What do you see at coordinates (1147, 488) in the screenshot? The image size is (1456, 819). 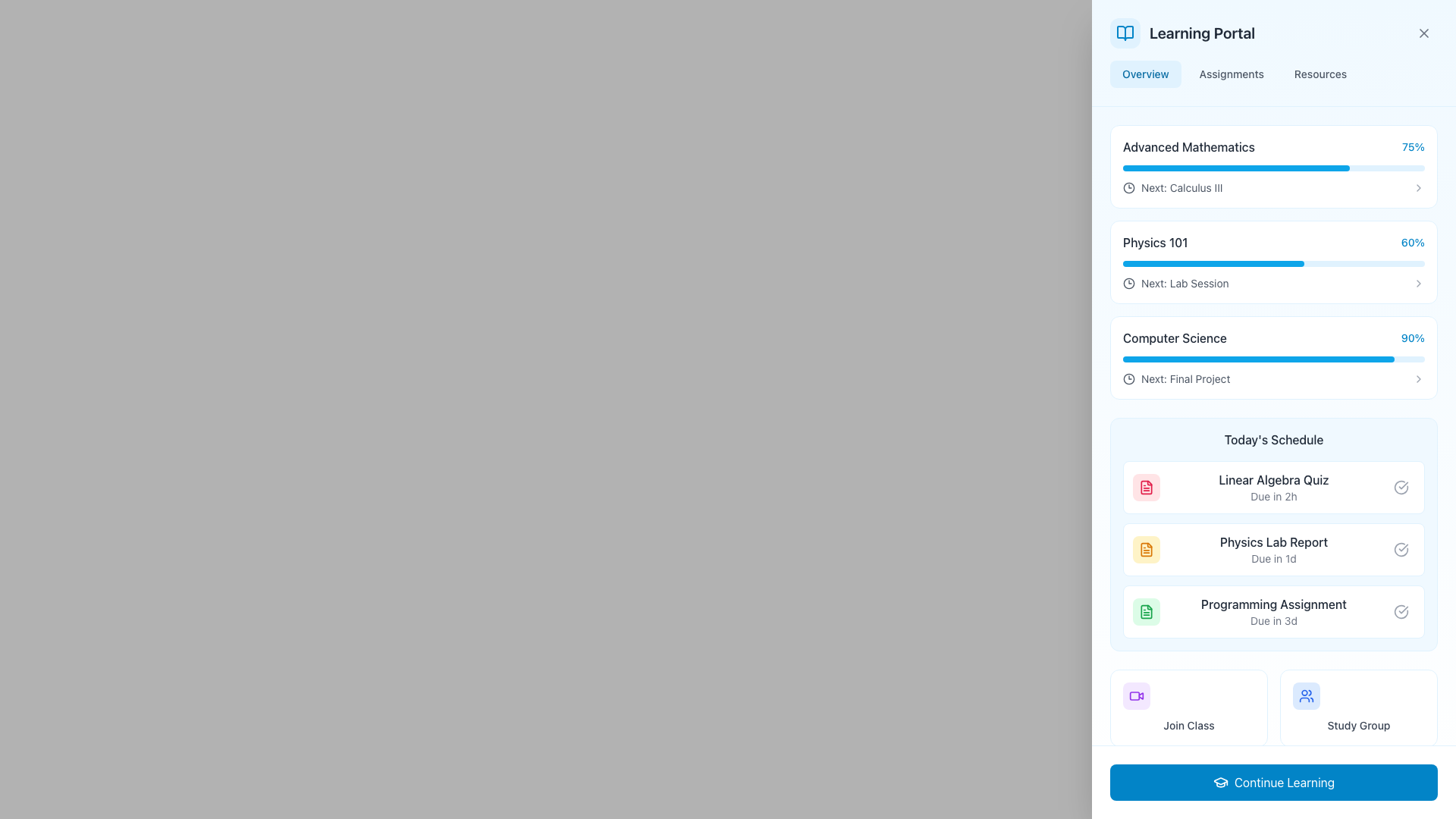 I see `the icon representing the 'Linear Algebra Quiz' schedule item, which is located to the left of the text 'Linear Algebra Quiz Due in 2h'` at bounding box center [1147, 488].